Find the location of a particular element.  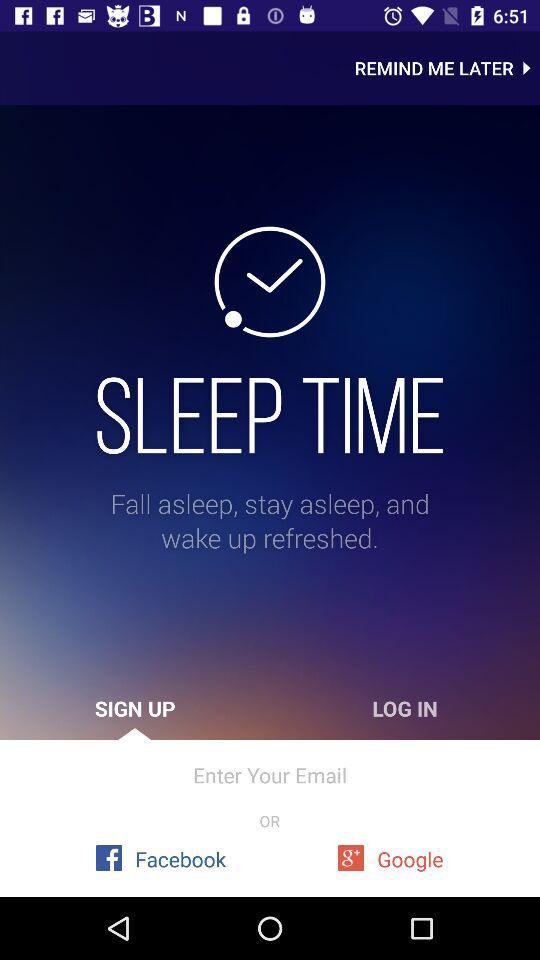

the enter your email is located at coordinates (270, 774).